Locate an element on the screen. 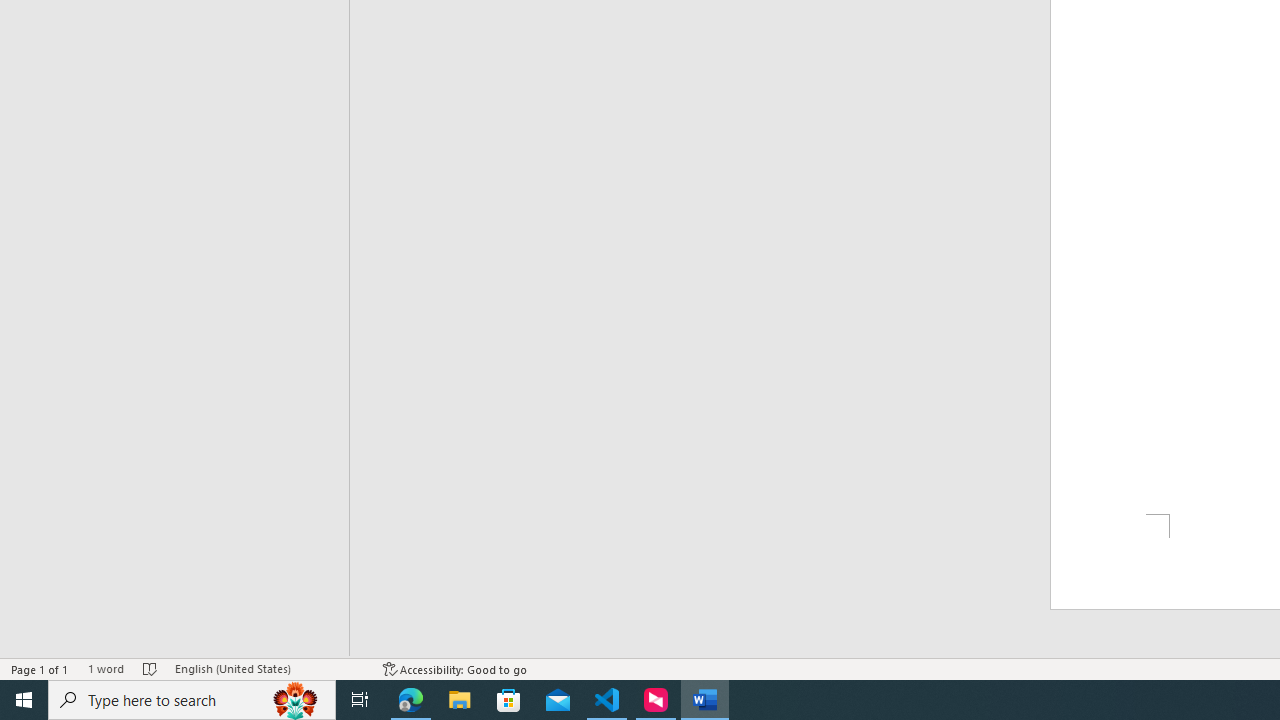 Image resolution: width=1280 pixels, height=720 pixels. 'Spelling and Grammar Check No Errors' is located at coordinates (149, 669).